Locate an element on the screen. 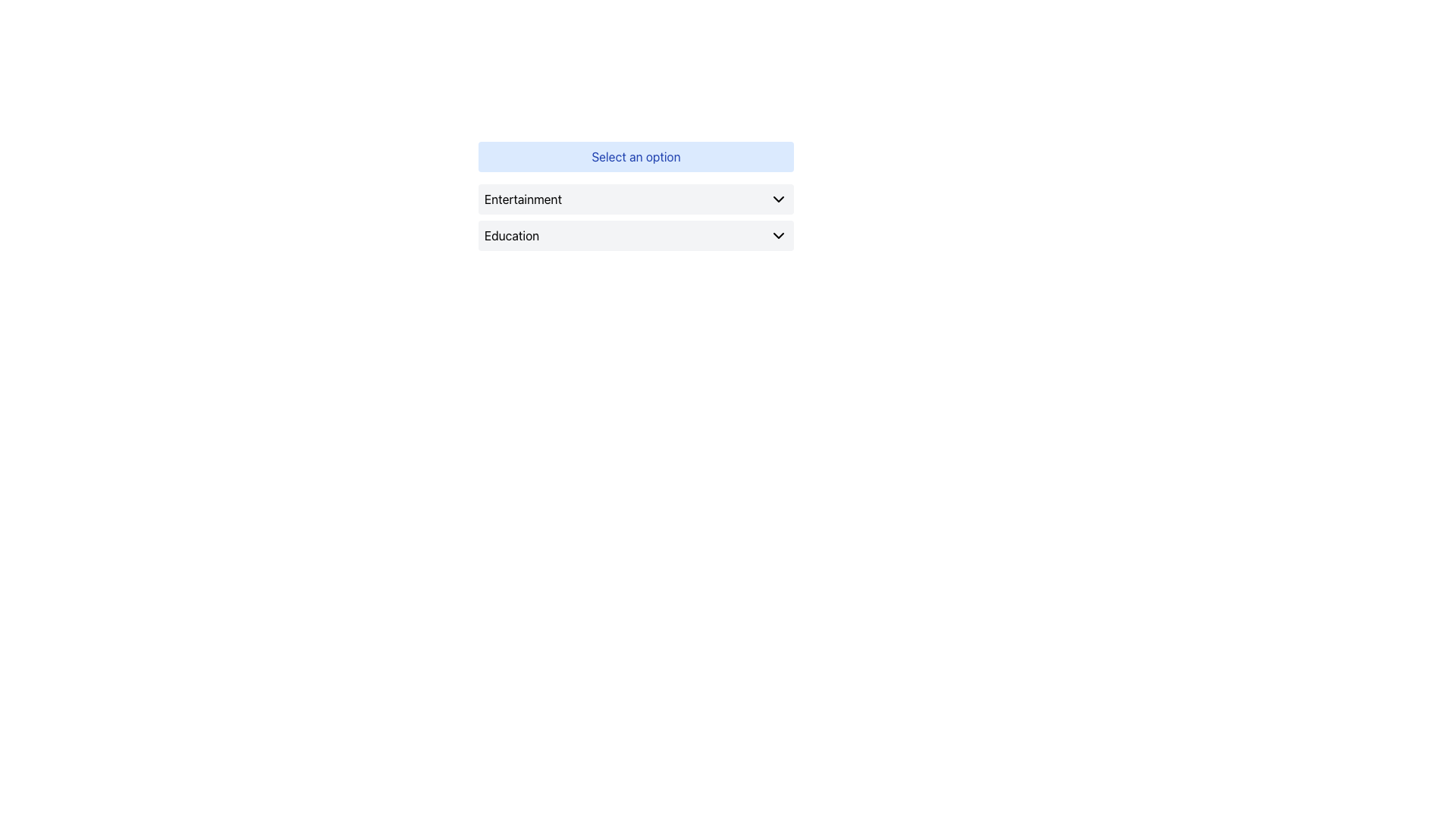  the downwards-pointing chevron icon located on the right side of the 'Education' row is located at coordinates (779, 236).